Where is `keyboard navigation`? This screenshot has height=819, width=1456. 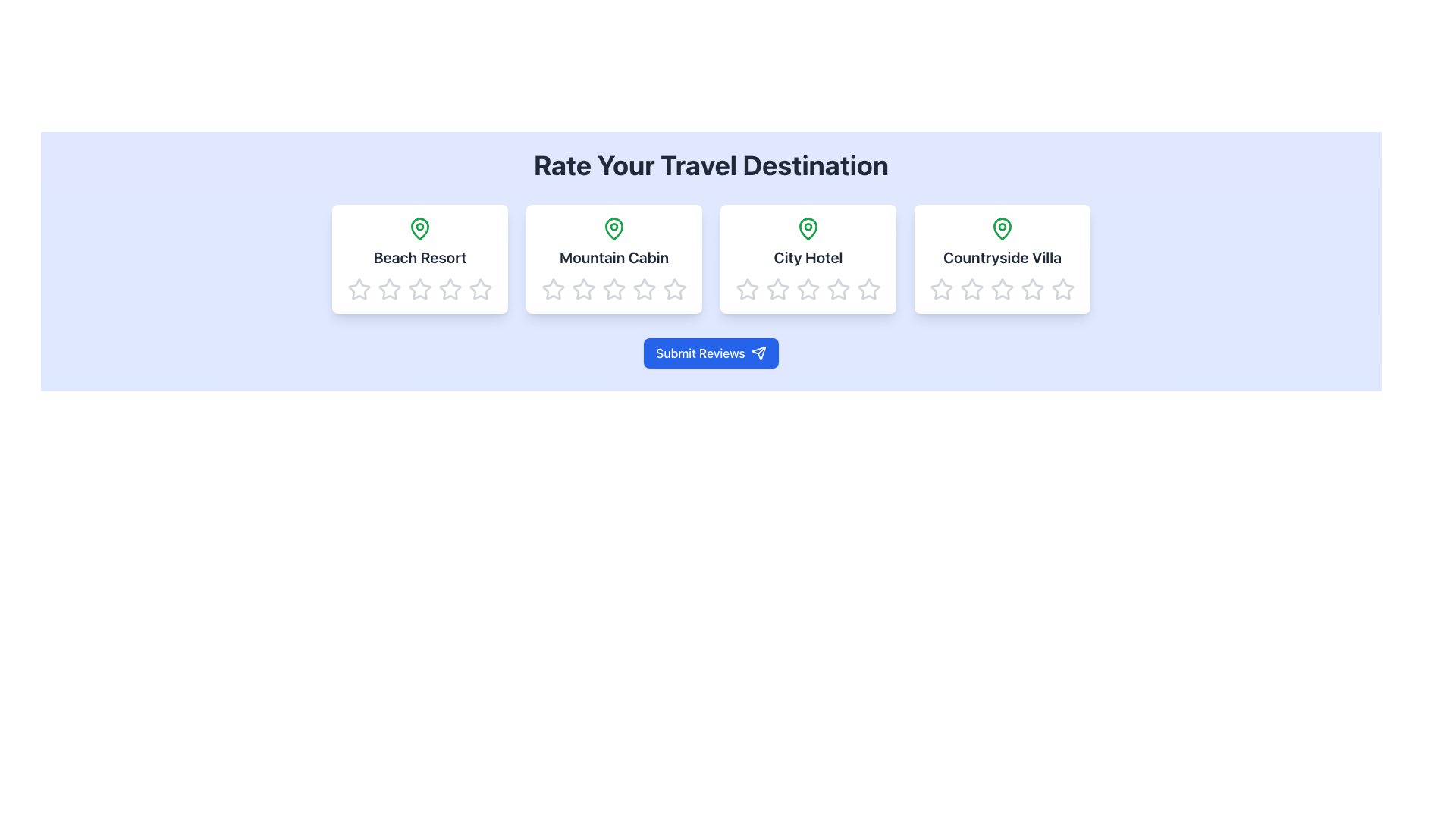
keyboard navigation is located at coordinates (941, 289).